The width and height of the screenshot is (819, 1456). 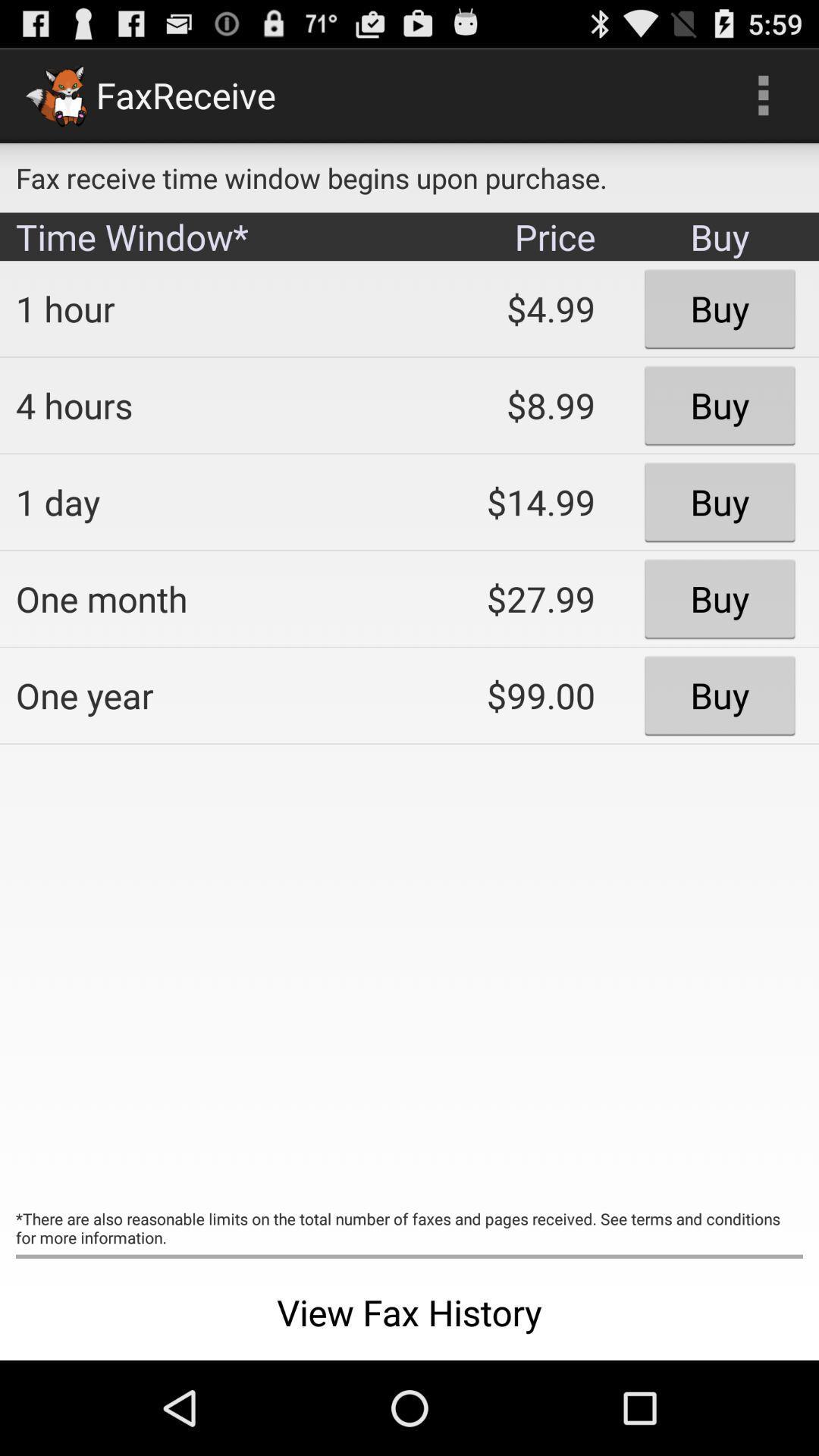 I want to click on the view fax history, so click(x=409, y=1312).